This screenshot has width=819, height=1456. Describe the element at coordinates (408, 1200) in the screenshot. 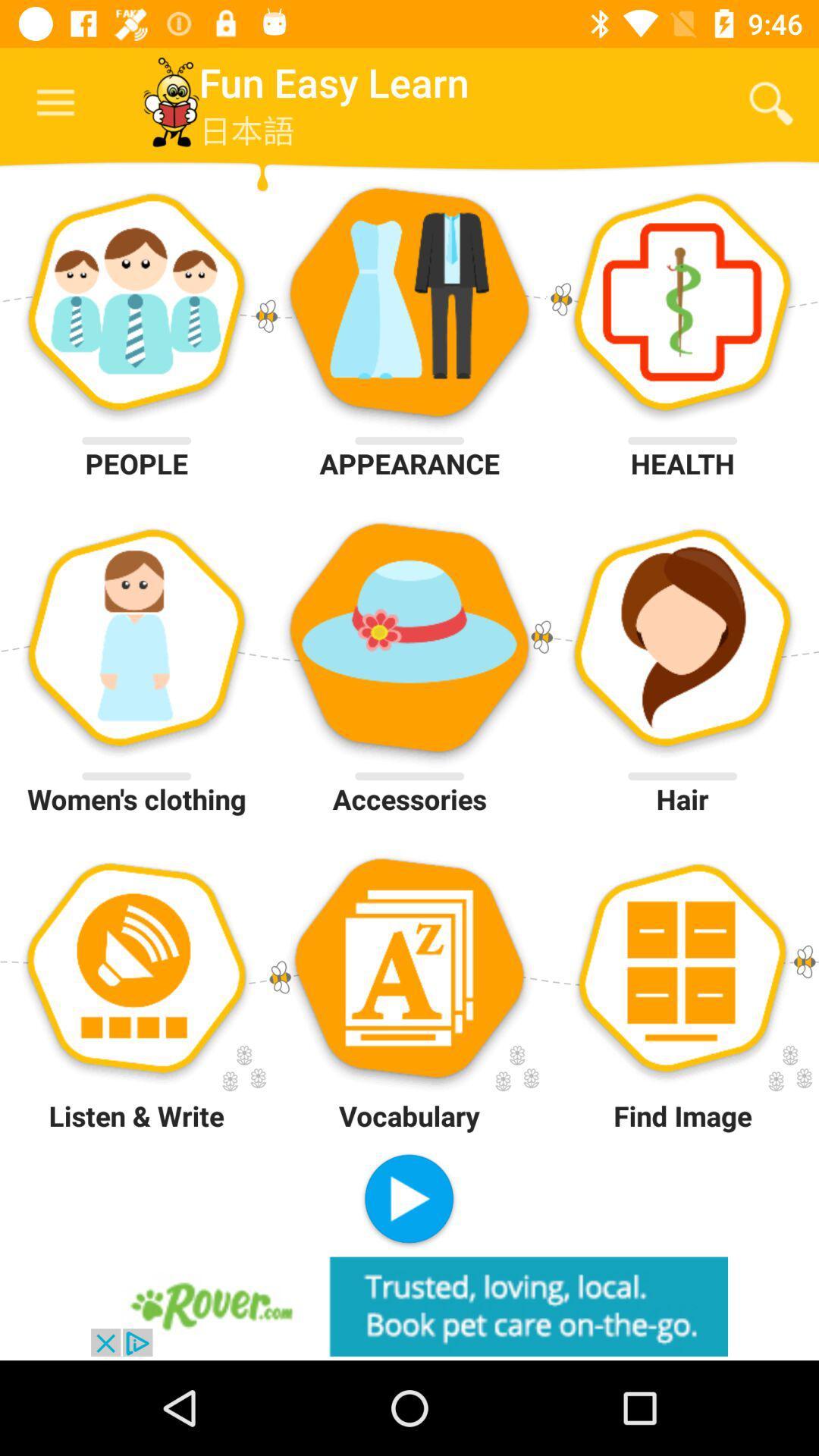

I see `icon to the right of the listen & write item` at that location.